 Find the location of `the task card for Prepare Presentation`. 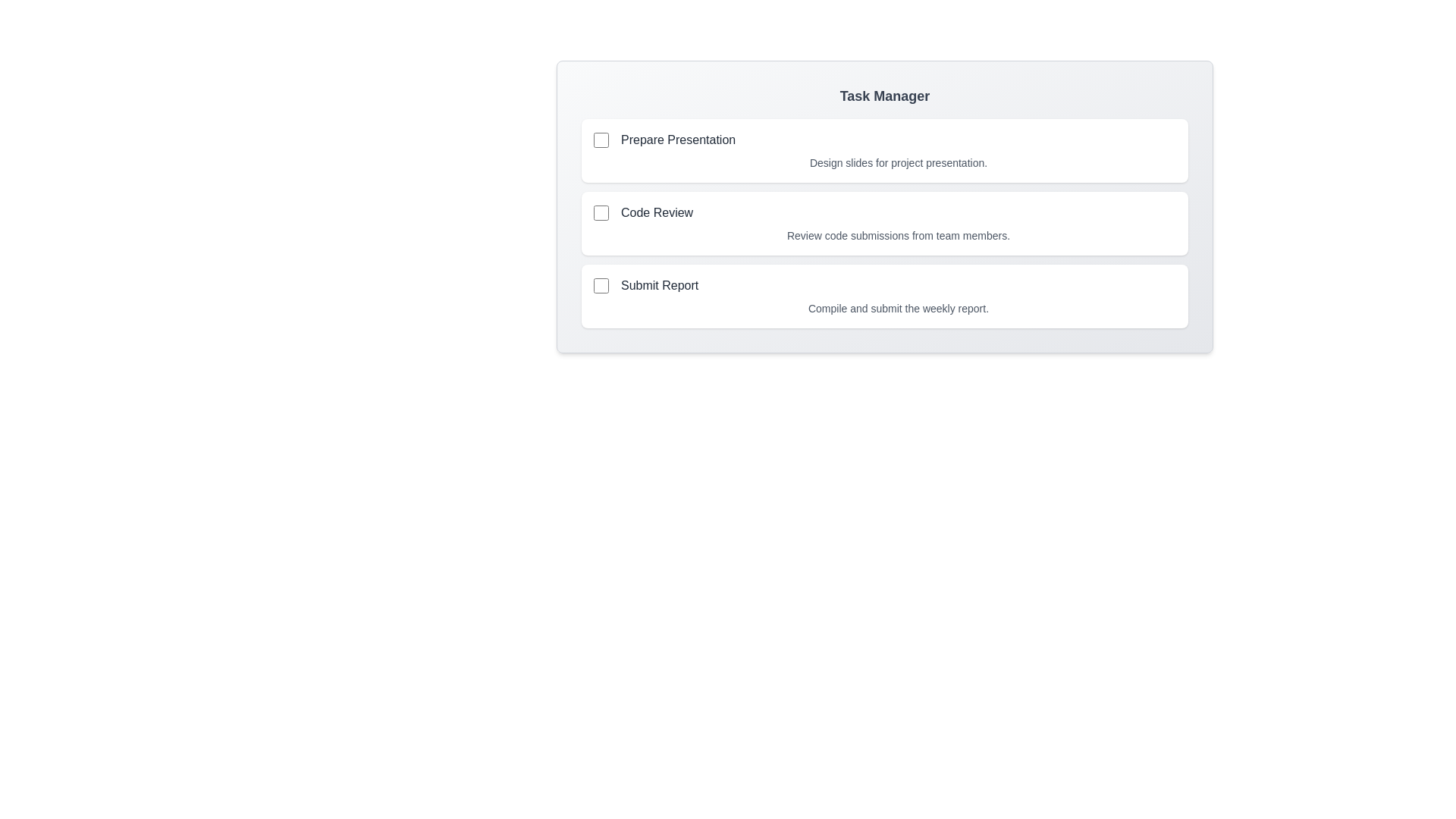

the task card for Prepare Presentation is located at coordinates (884, 151).